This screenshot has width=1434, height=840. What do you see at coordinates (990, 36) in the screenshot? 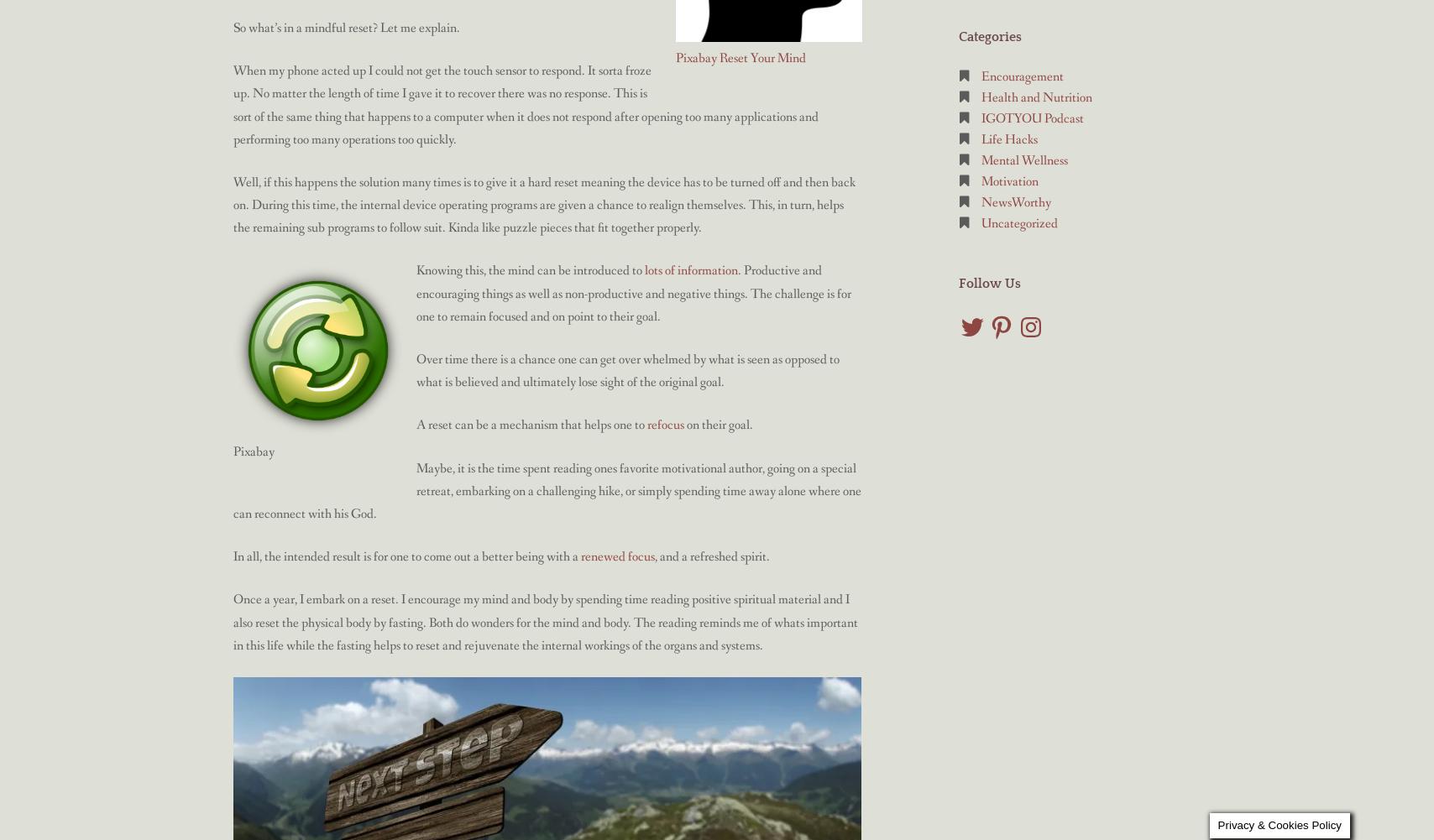
I see `'Categories'` at bounding box center [990, 36].